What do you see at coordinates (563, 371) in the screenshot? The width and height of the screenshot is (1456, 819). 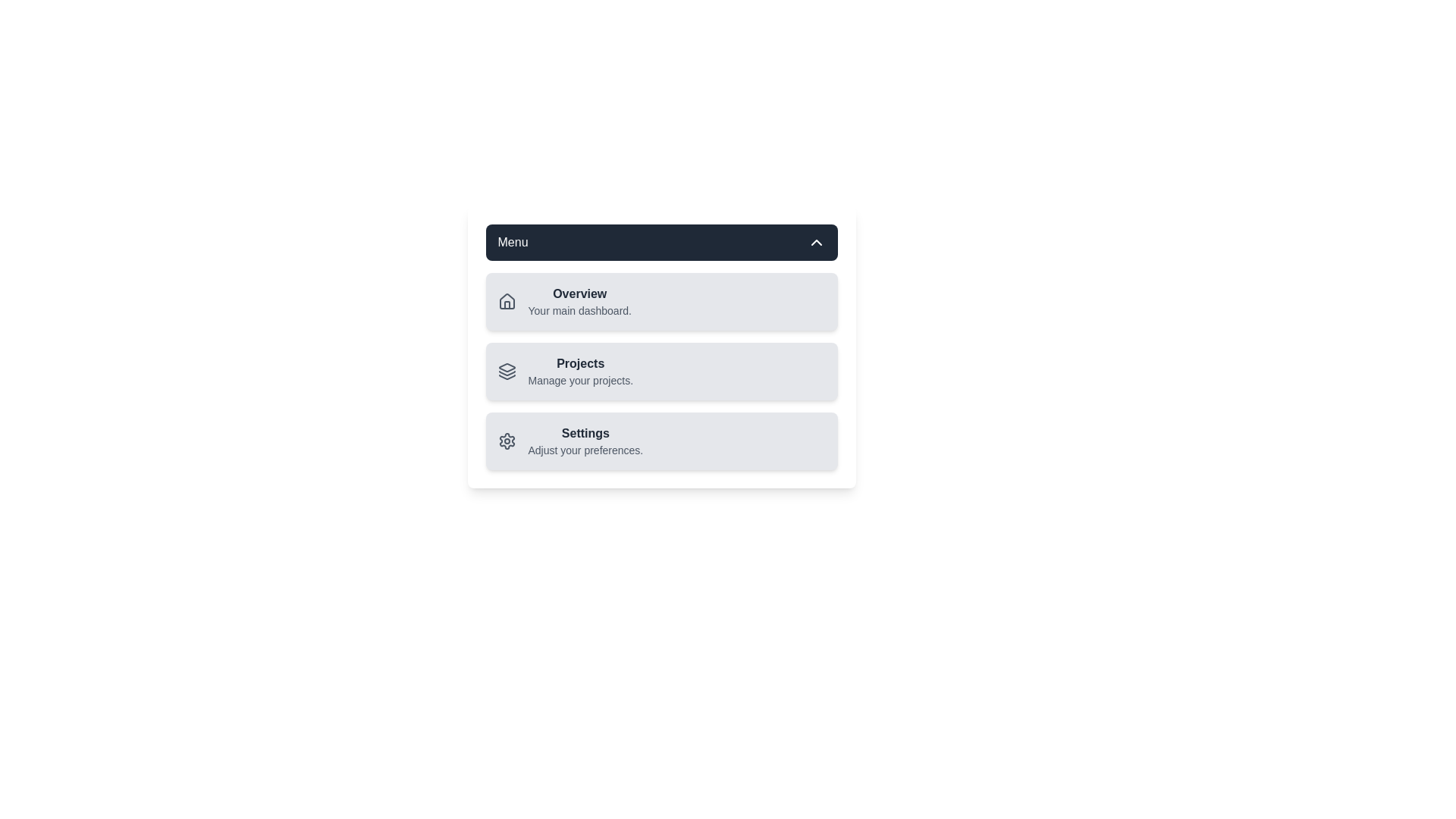 I see `the menu item Projects from the list` at bounding box center [563, 371].